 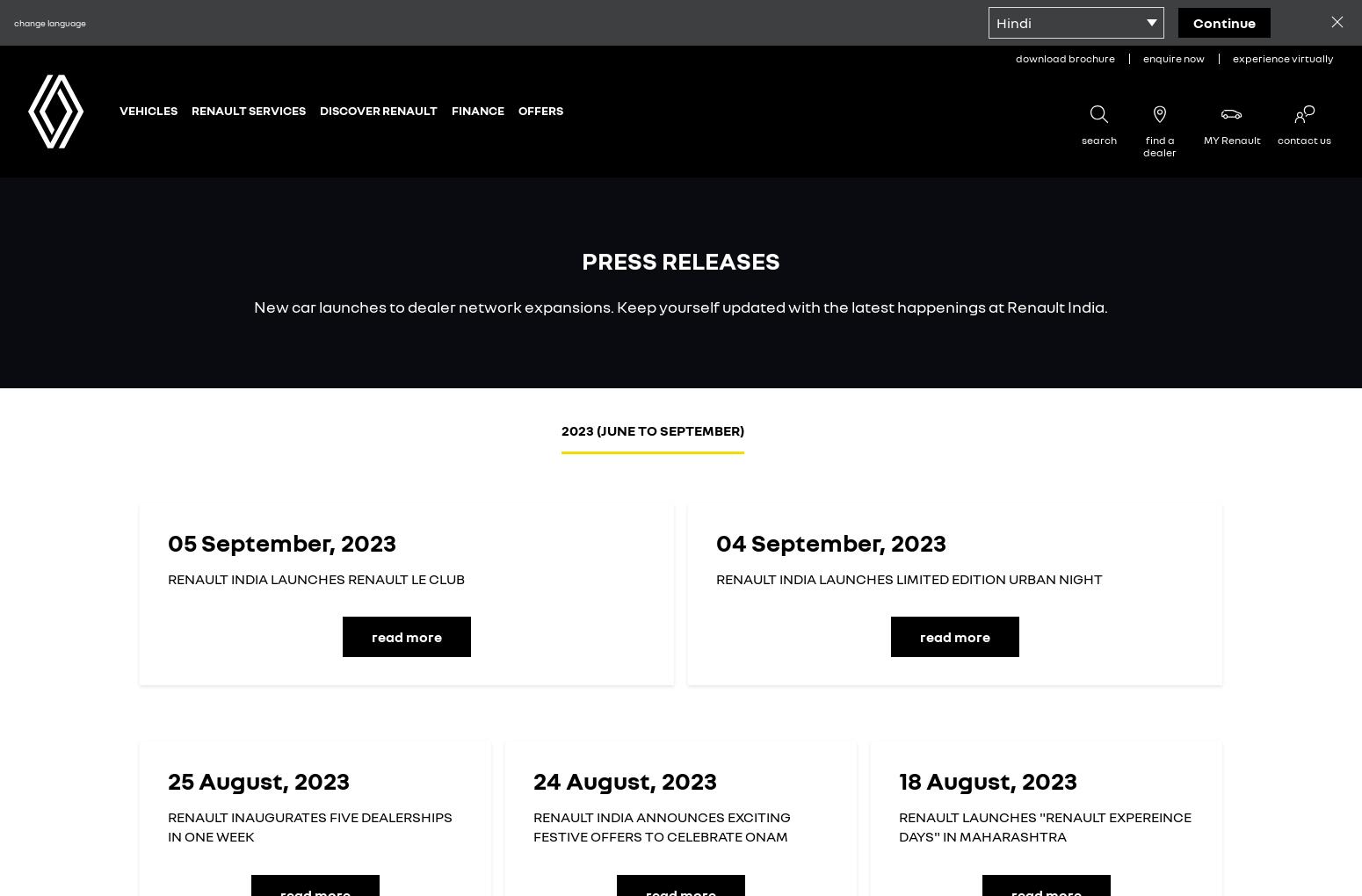 I want to click on 'New car launches to dealer network expansions. Keep yourself updated with the latest happenings at Renault India.', so click(x=681, y=306).